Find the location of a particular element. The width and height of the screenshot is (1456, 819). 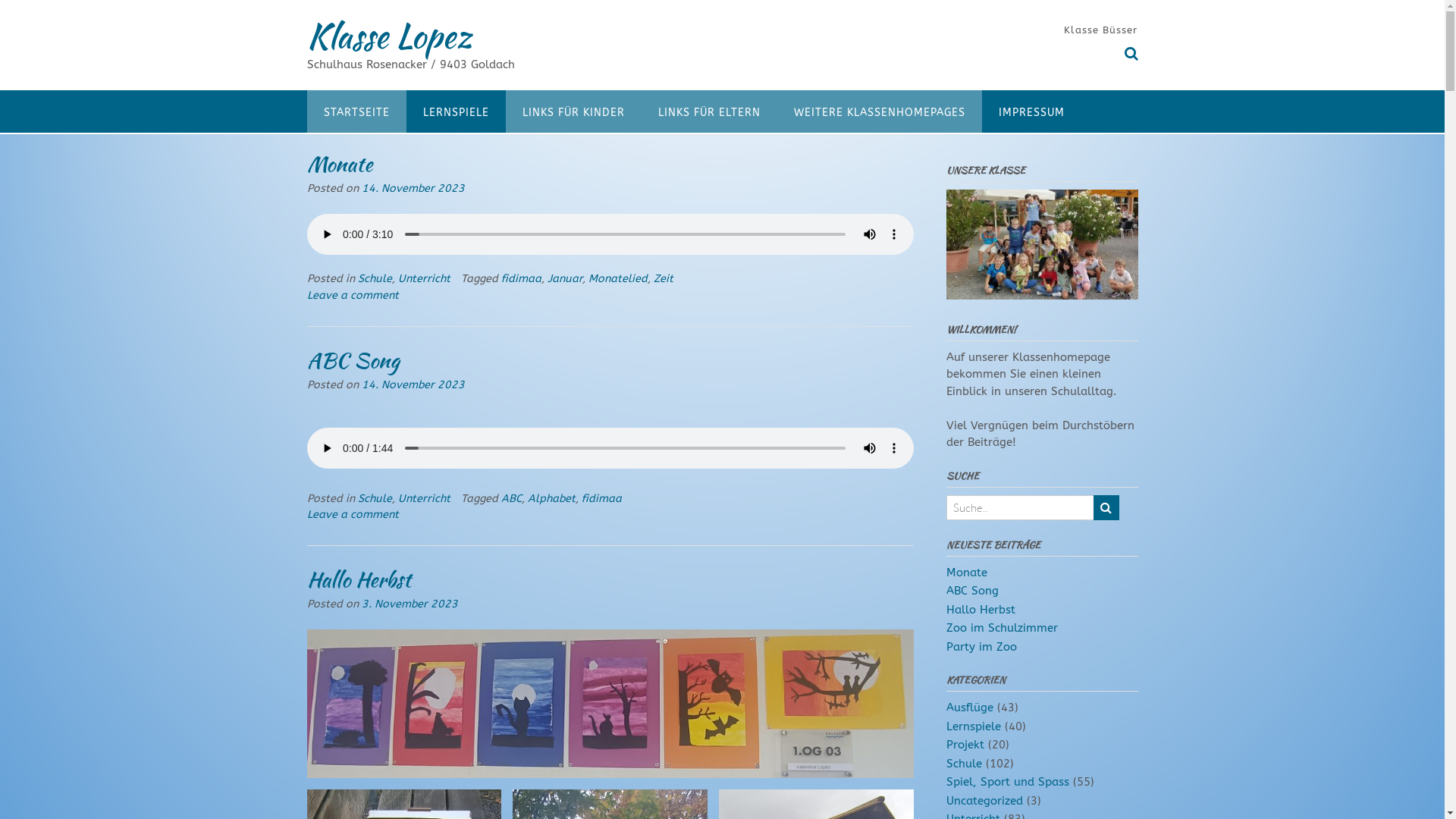

'Search for:' is located at coordinates (1019, 507).